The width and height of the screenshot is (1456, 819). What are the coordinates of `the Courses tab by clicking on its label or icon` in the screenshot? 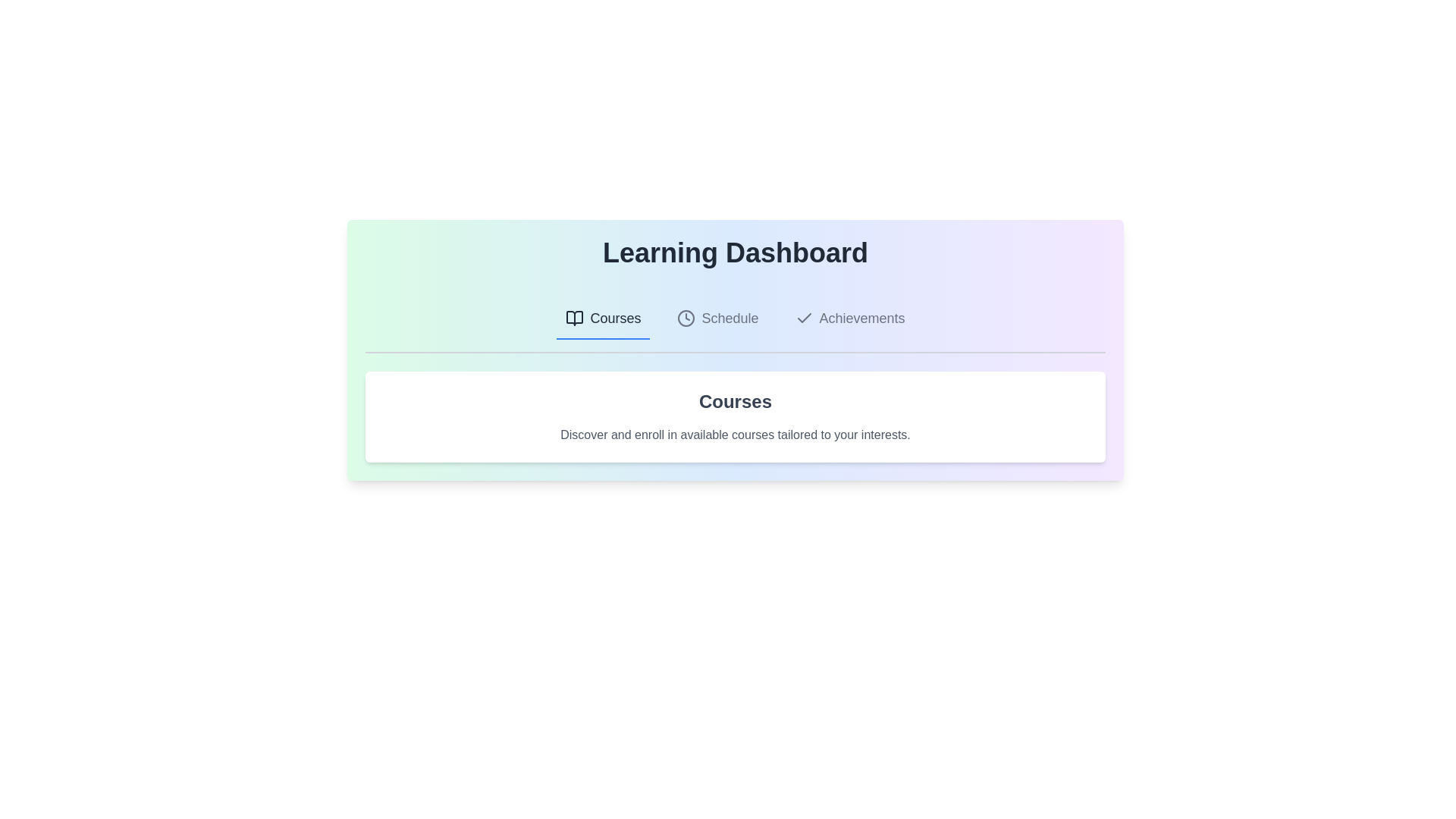 It's located at (603, 318).